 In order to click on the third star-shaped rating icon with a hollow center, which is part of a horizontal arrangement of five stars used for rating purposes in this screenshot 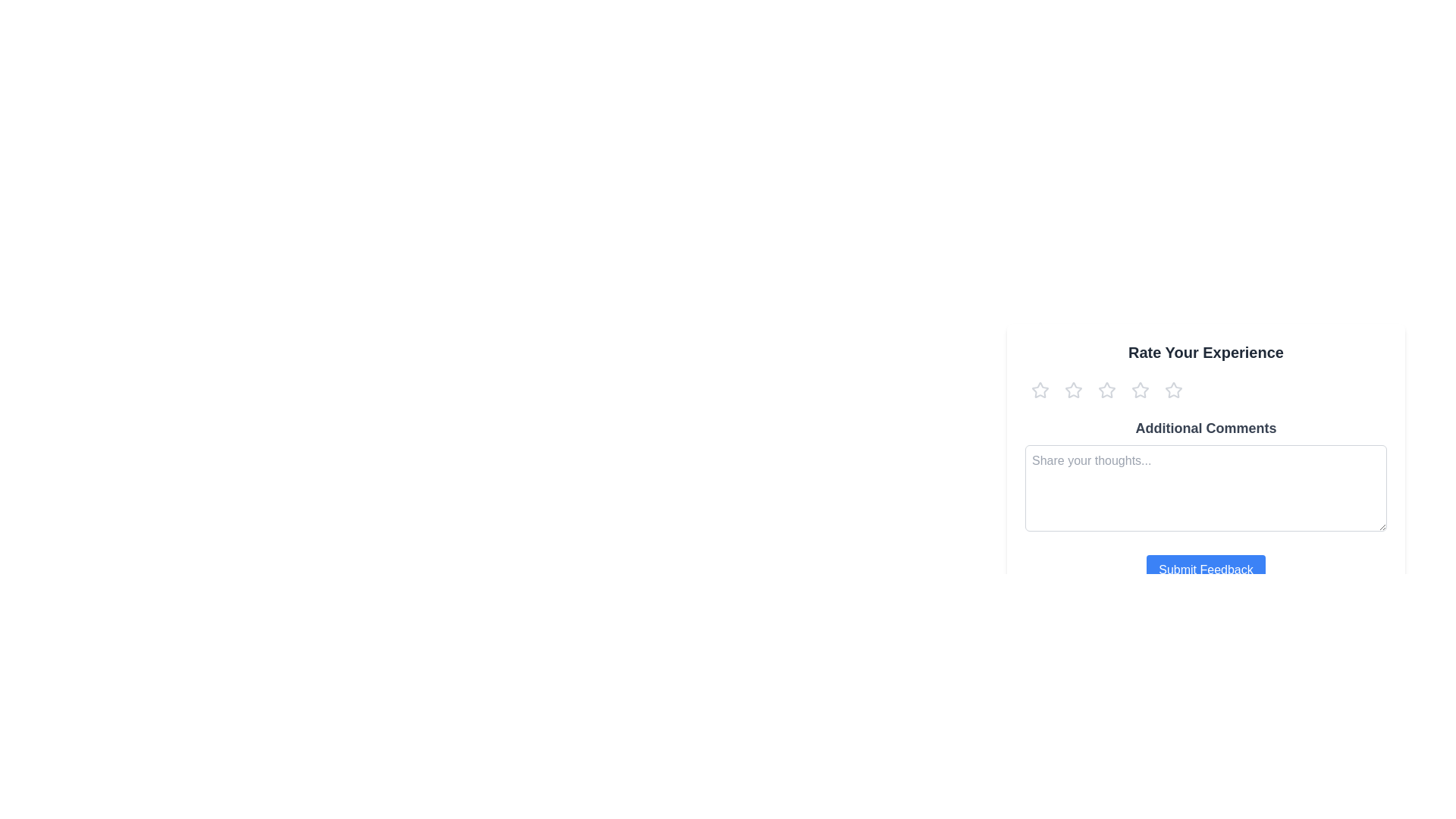, I will do `click(1140, 389)`.